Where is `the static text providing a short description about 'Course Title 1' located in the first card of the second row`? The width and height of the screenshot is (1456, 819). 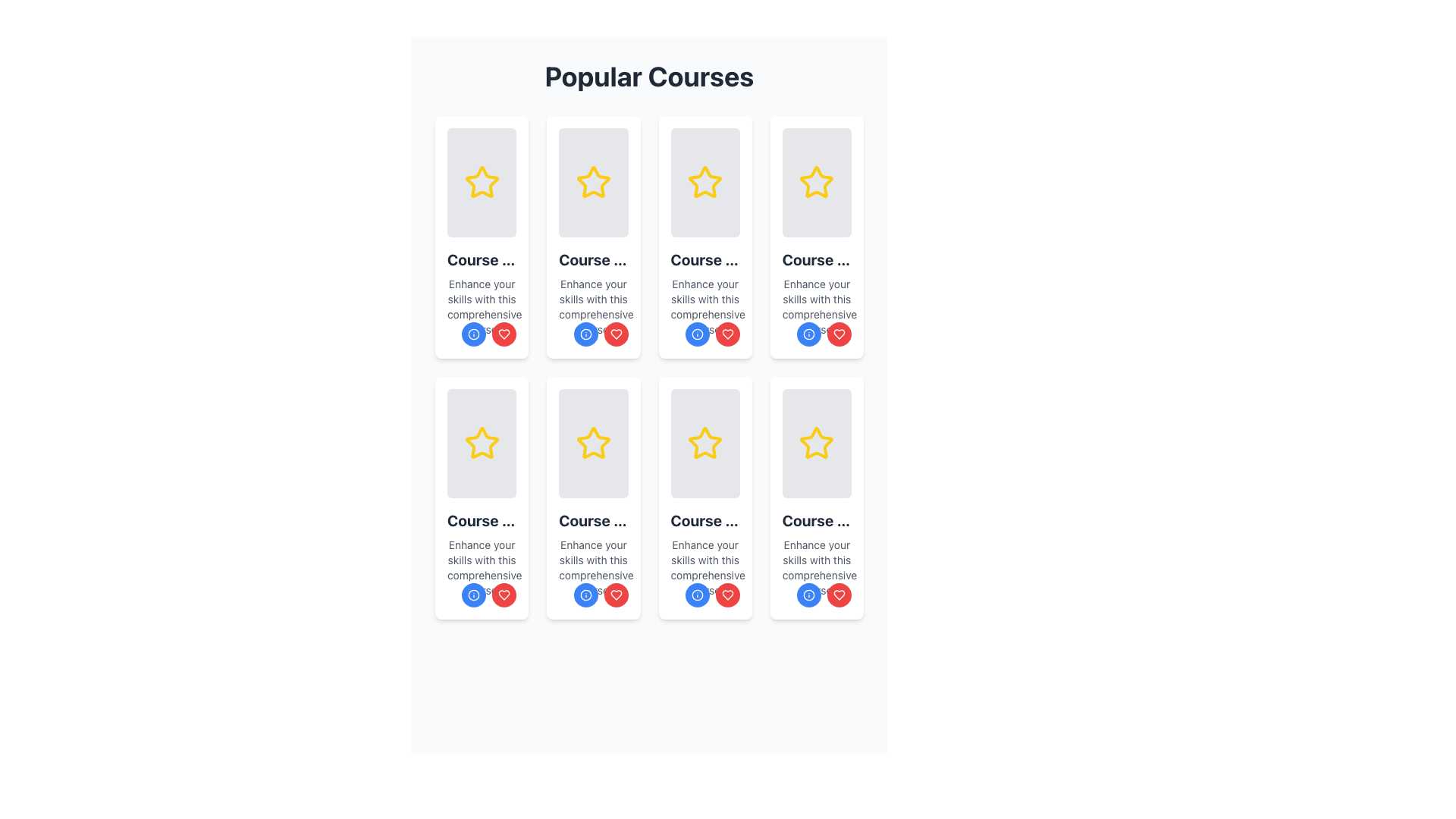
the static text providing a short description about 'Course Title 1' located in the first card of the second row is located at coordinates (481, 307).